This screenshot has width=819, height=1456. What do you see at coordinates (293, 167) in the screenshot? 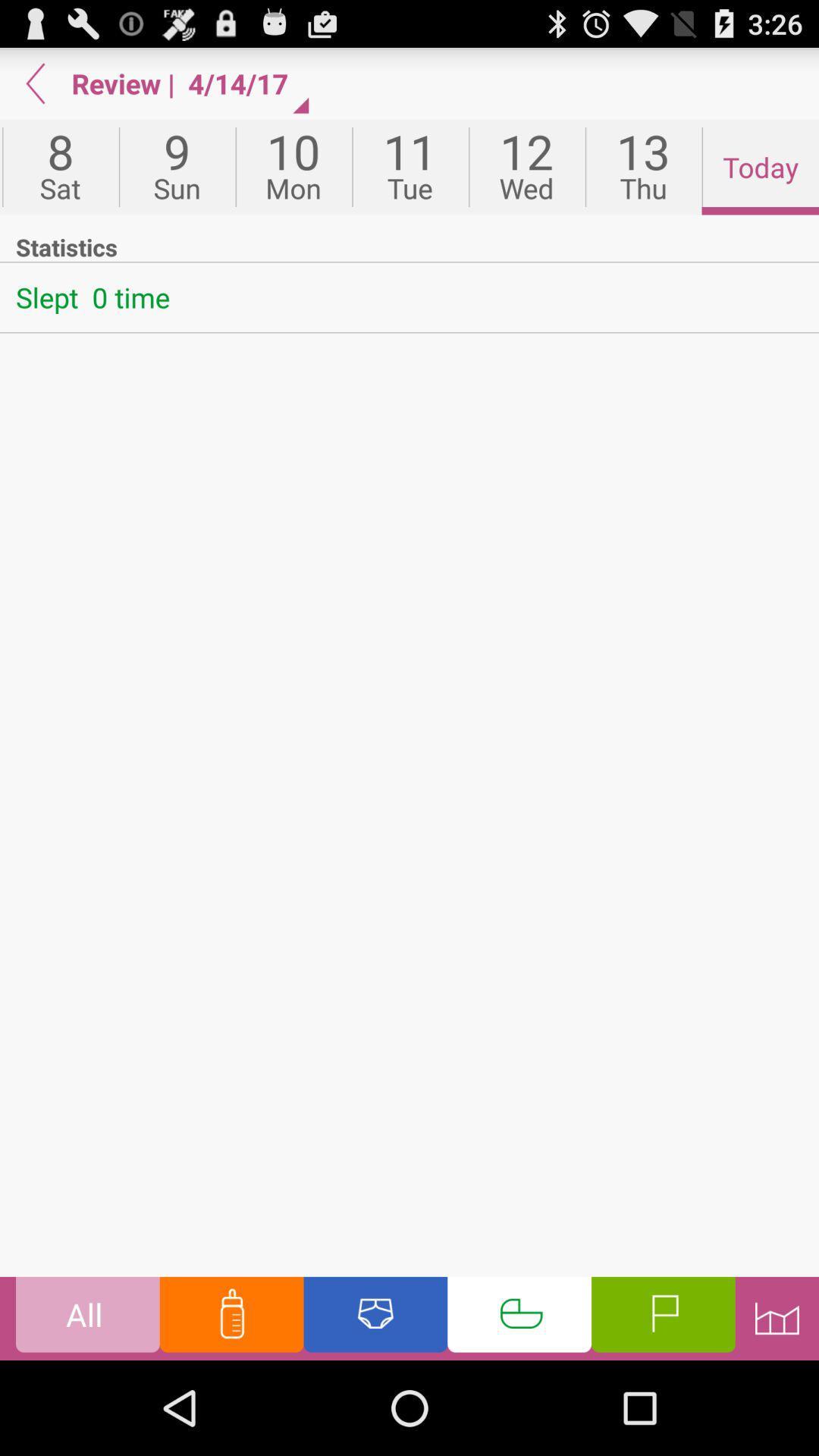
I see `the mon icon` at bounding box center [293, 167].